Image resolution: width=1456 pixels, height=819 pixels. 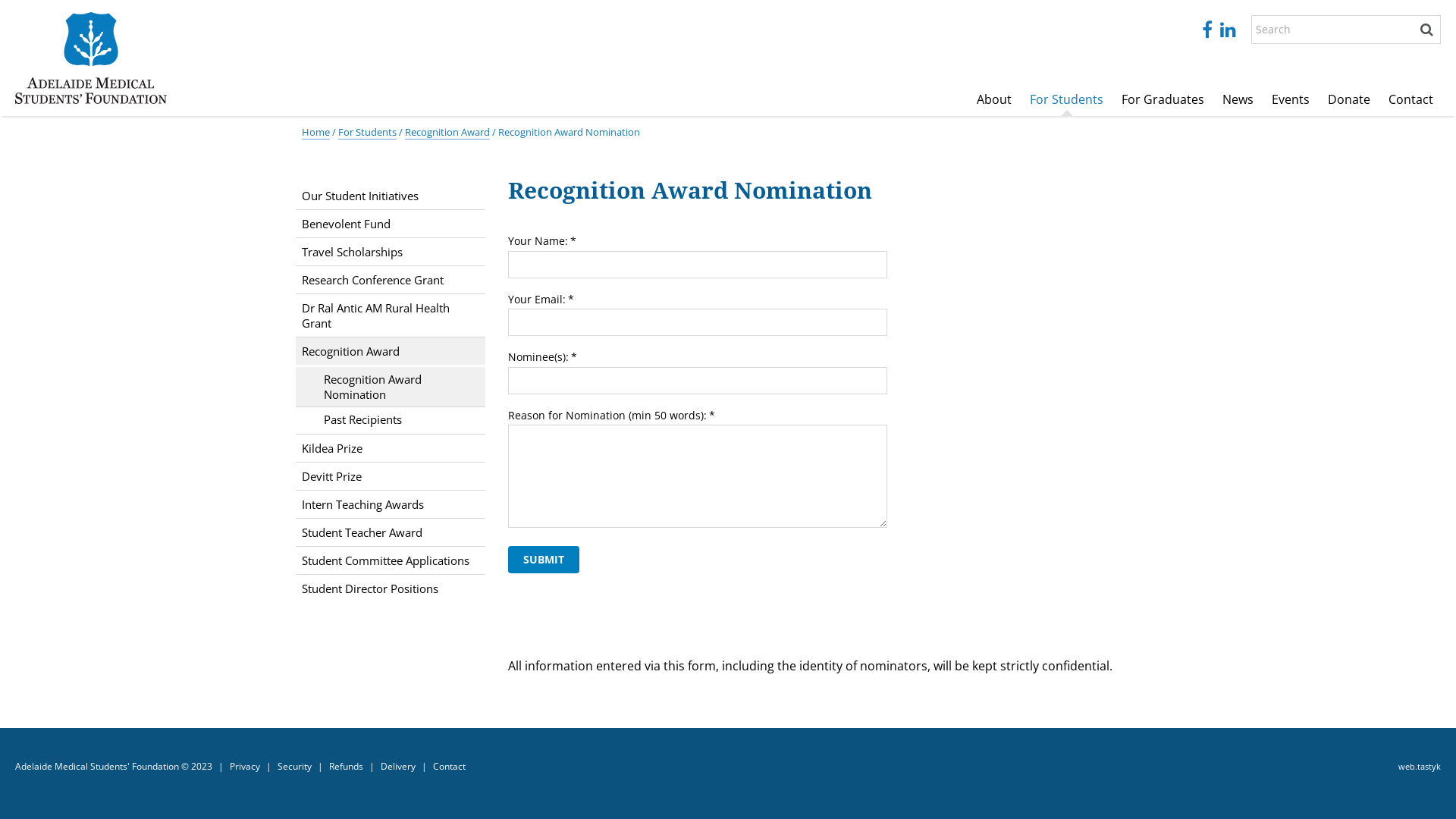 I want to click on 'Research Conference Grant', so click(x=390, y=280).